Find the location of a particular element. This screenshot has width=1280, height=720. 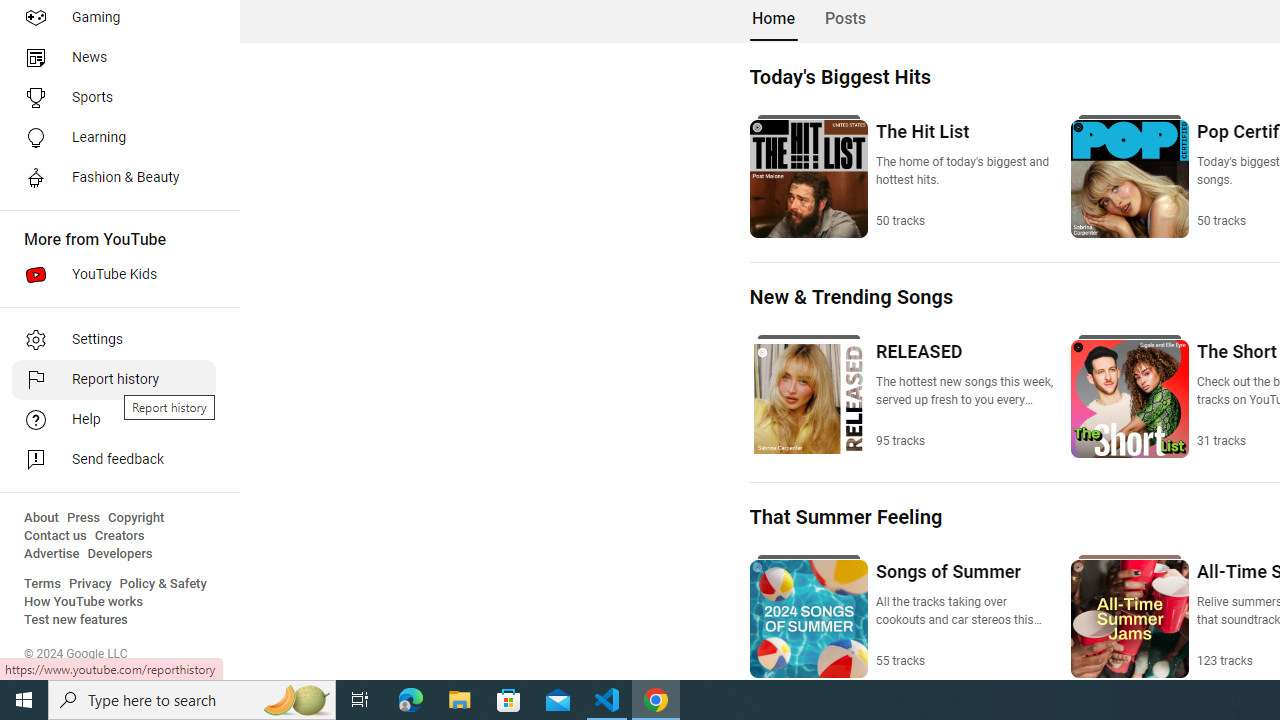

'New & Trending Songs' is located at coordinates (851, 297).